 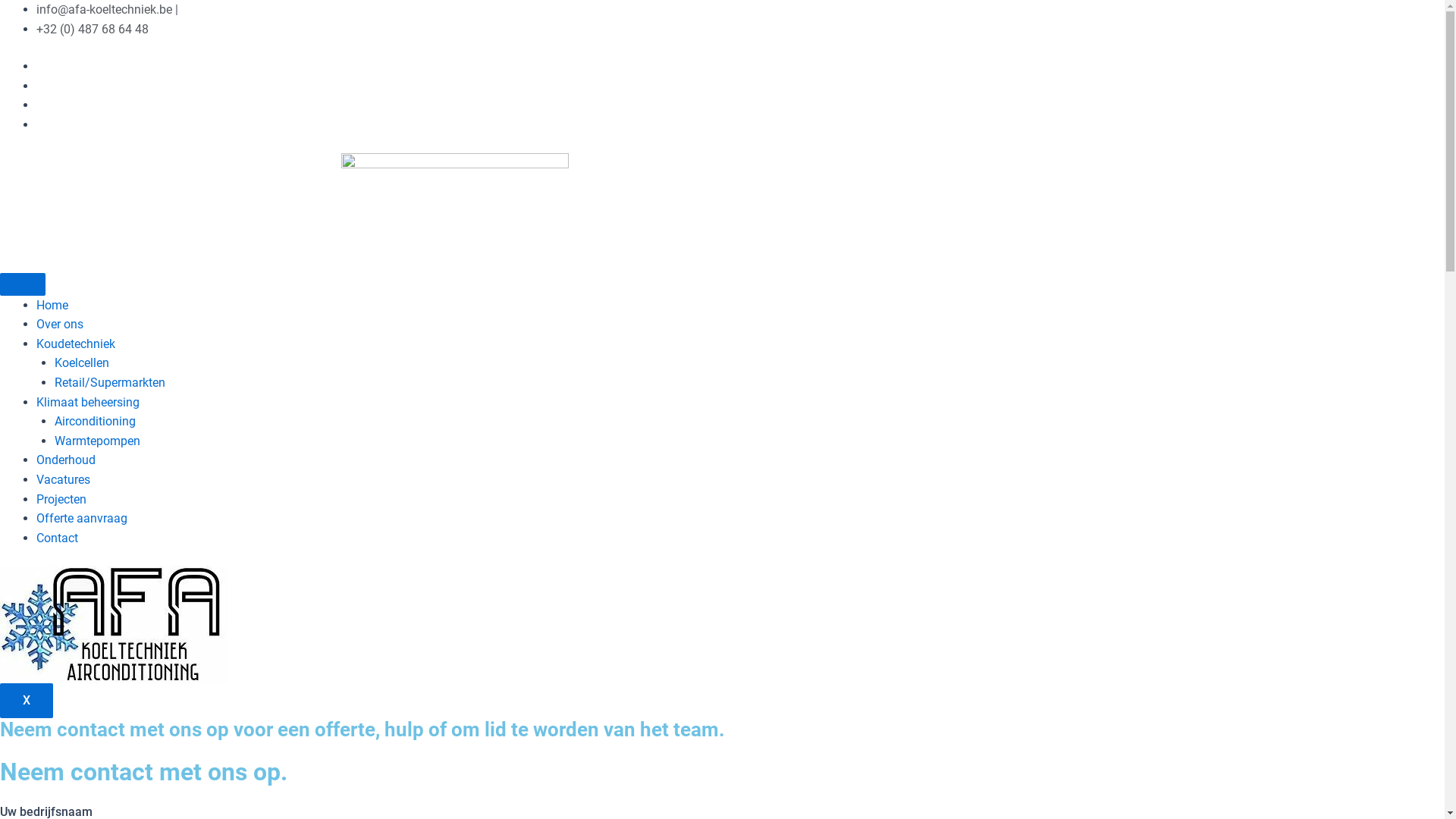 What do you see at coordinates (80, 362) in the screenshot?
I see `'Koelcellen'` at bounding box center [80, 362].